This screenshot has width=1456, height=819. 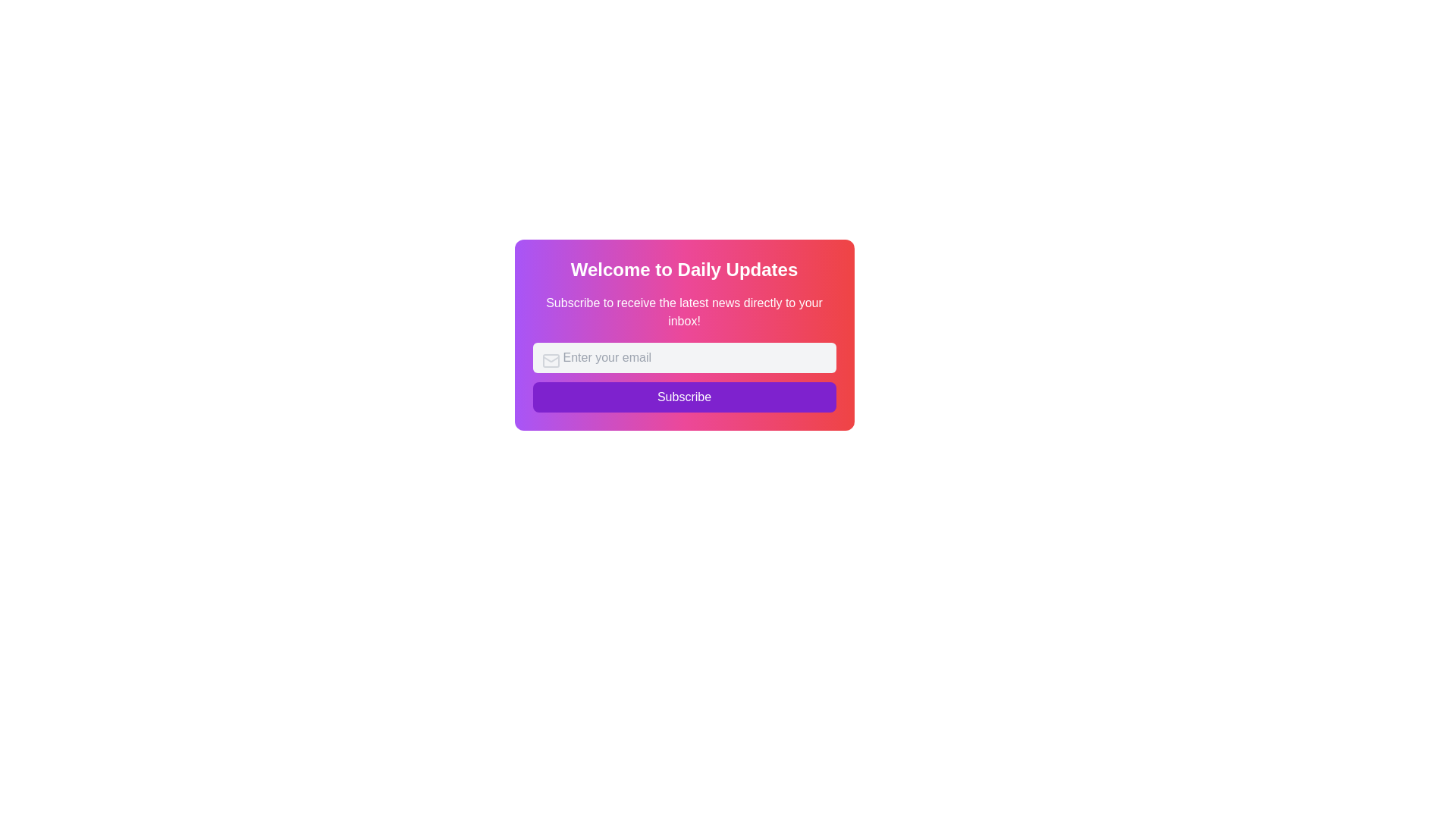 I want to click on the SVG envelope icon located within the email input box, which has a white background and smooth rounded edges, positioned towards the left side of the input field, so click(x=550, y=360).